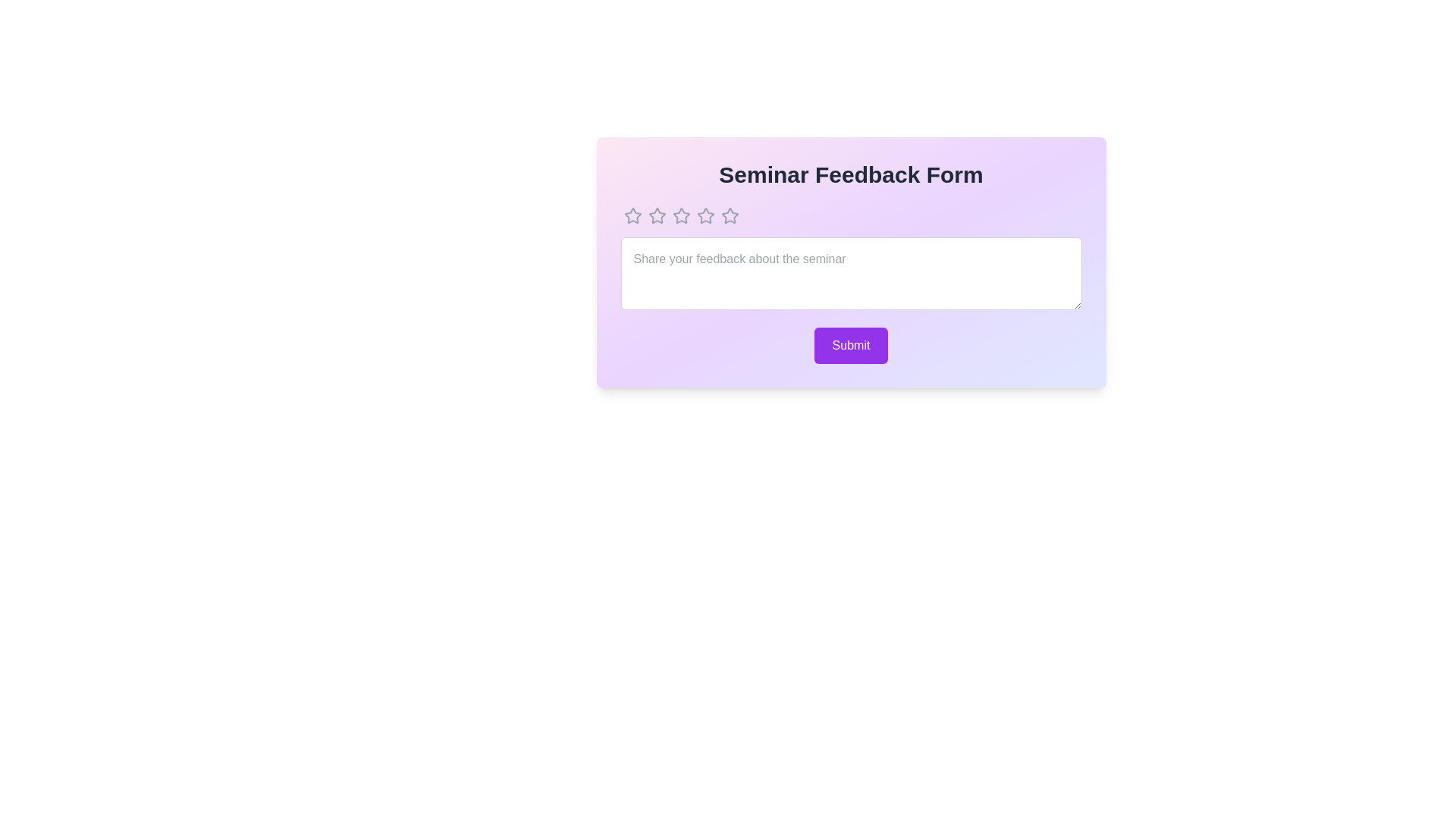 This screenshot has width=1456, height=819. Describe the element at coordinates (632, 216) in the screenshot. I see `the star to set the rating to 1 stars` at that location.